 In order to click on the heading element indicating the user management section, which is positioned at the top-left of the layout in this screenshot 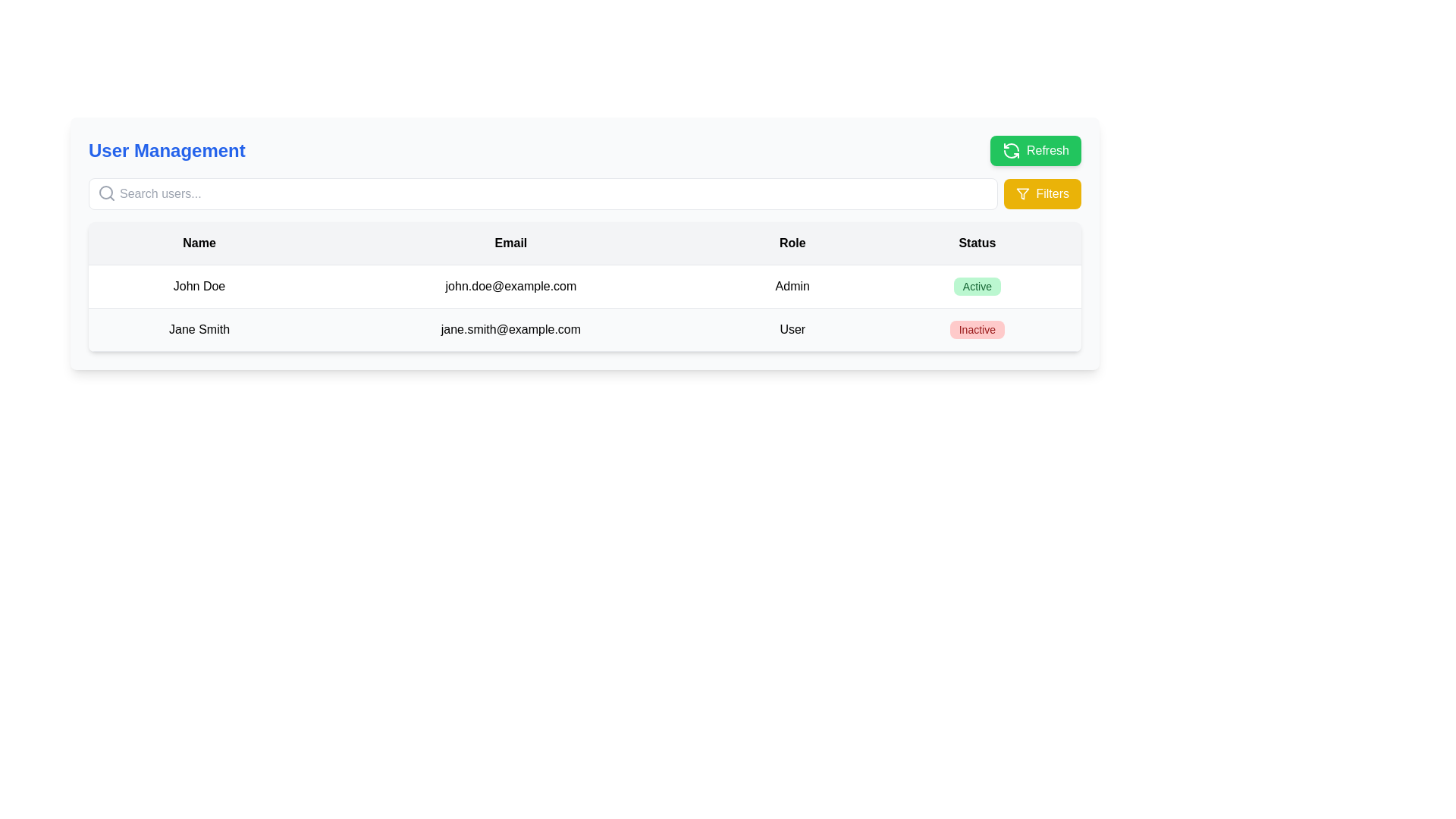, I will do `click(167, 151)`.